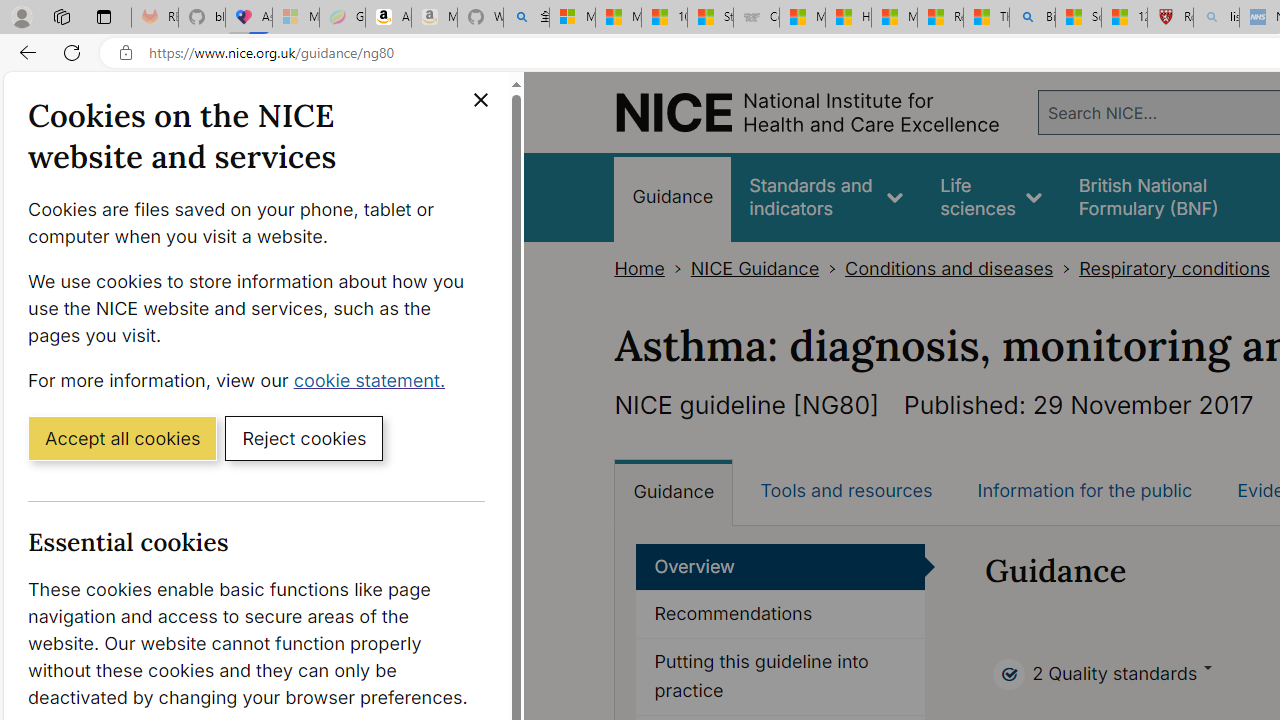 This screenshot has height=720, width=1280. I want to click on 'How I Got Rid of Microsoft Edge', so click(848, 17).